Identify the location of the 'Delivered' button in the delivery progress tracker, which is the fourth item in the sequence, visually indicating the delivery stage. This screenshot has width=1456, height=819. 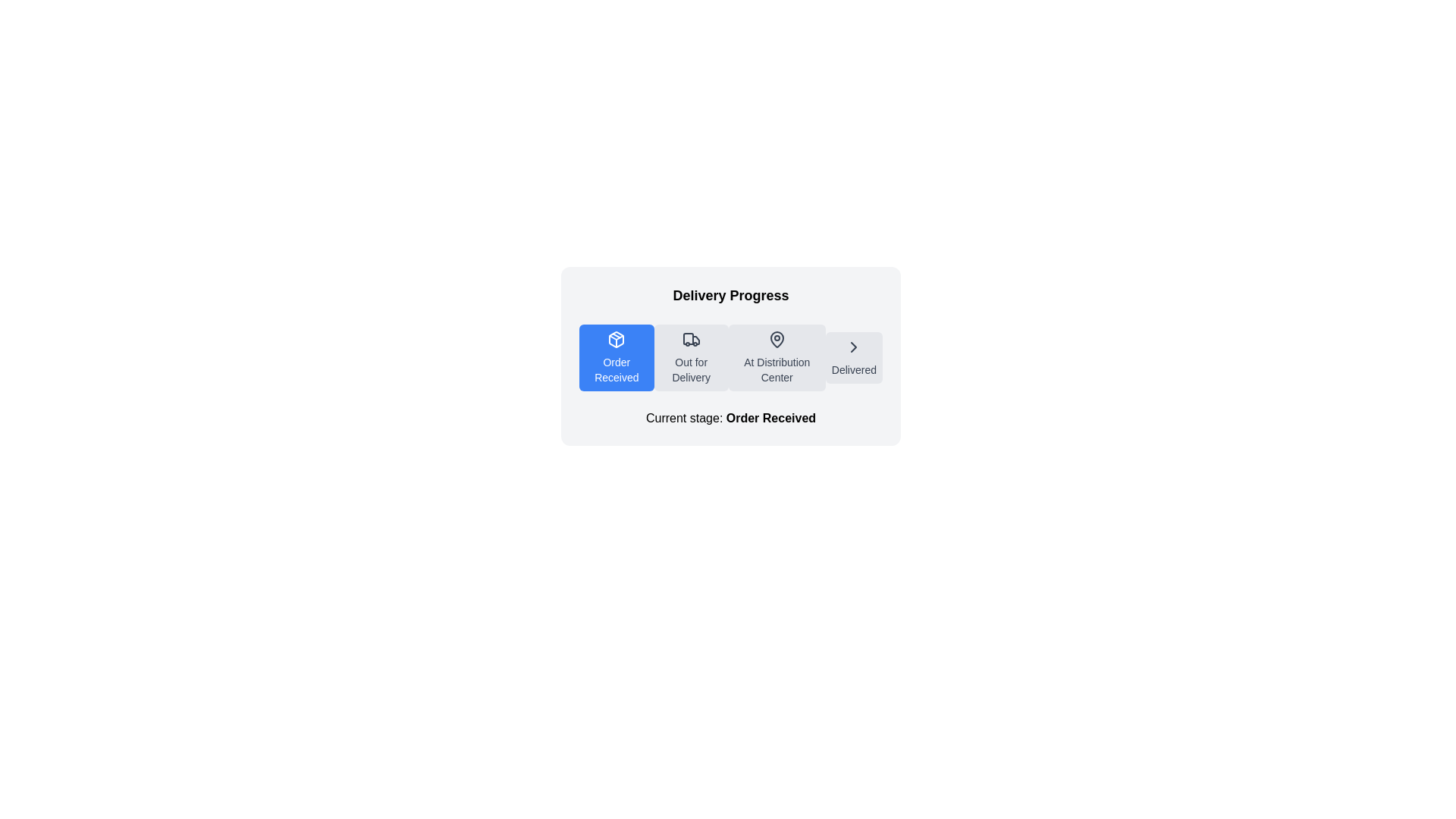
(854, 357).